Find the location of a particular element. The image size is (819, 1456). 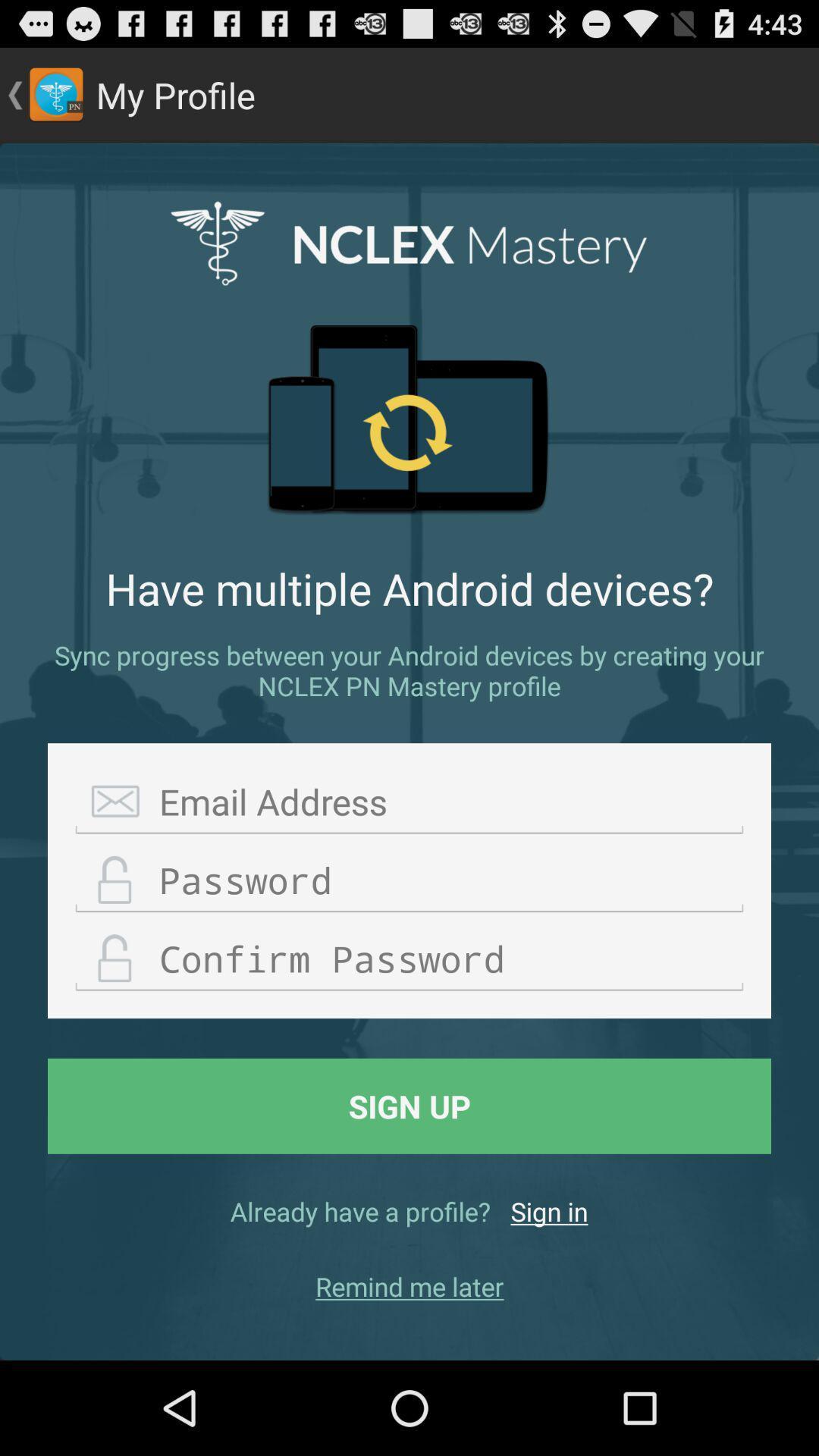

the app at the bottom right corner is located at coordinates (549, 1210).